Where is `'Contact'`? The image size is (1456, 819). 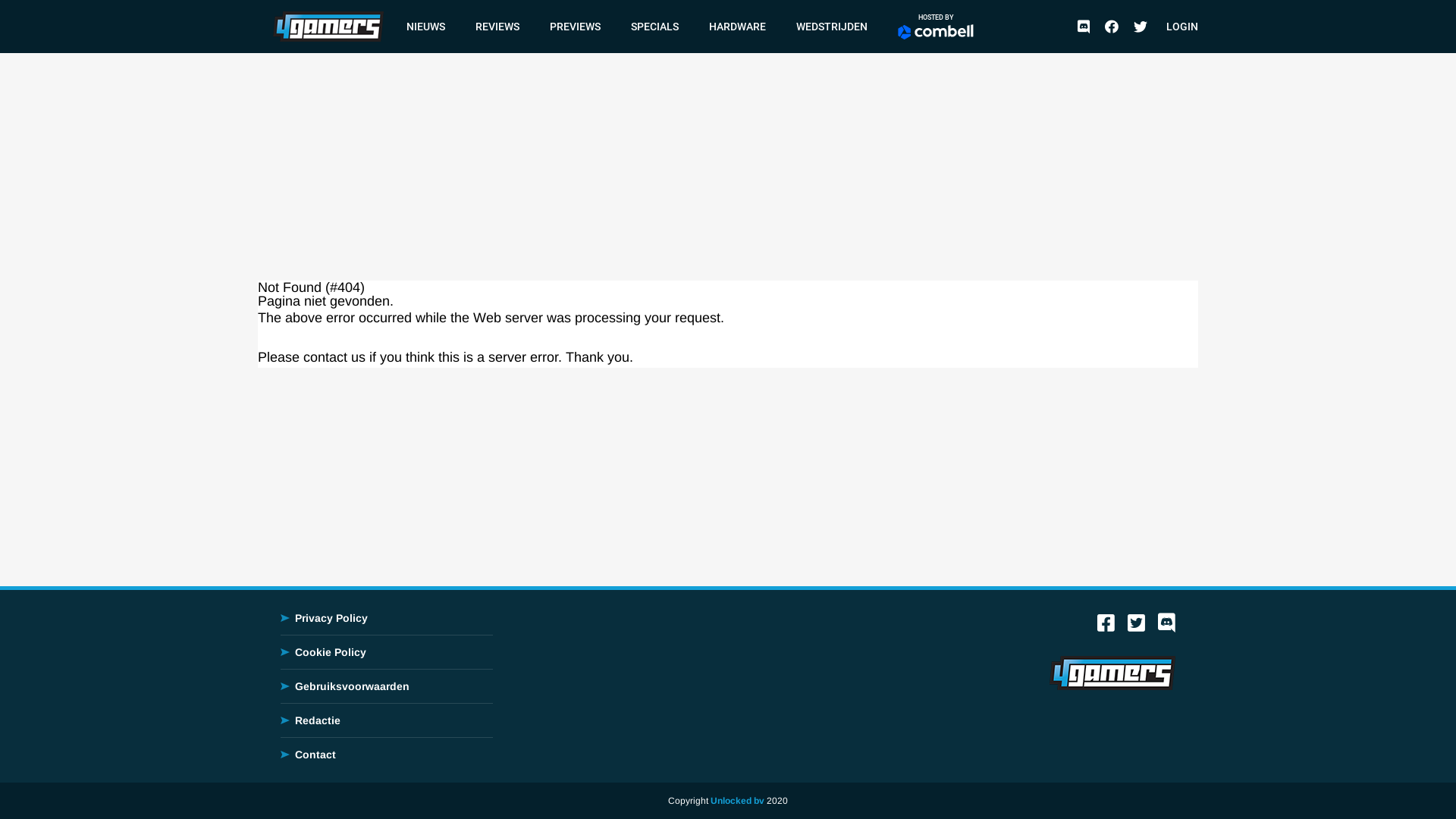
'Contact' is located at coordinates (315, 755).